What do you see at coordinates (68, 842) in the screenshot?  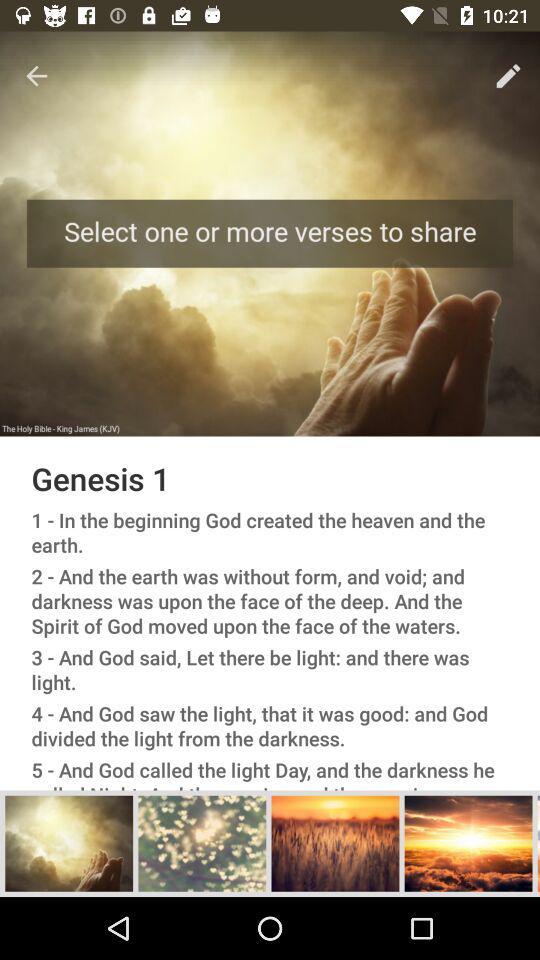 I see `it so some image` at bounding box center [68, 842].